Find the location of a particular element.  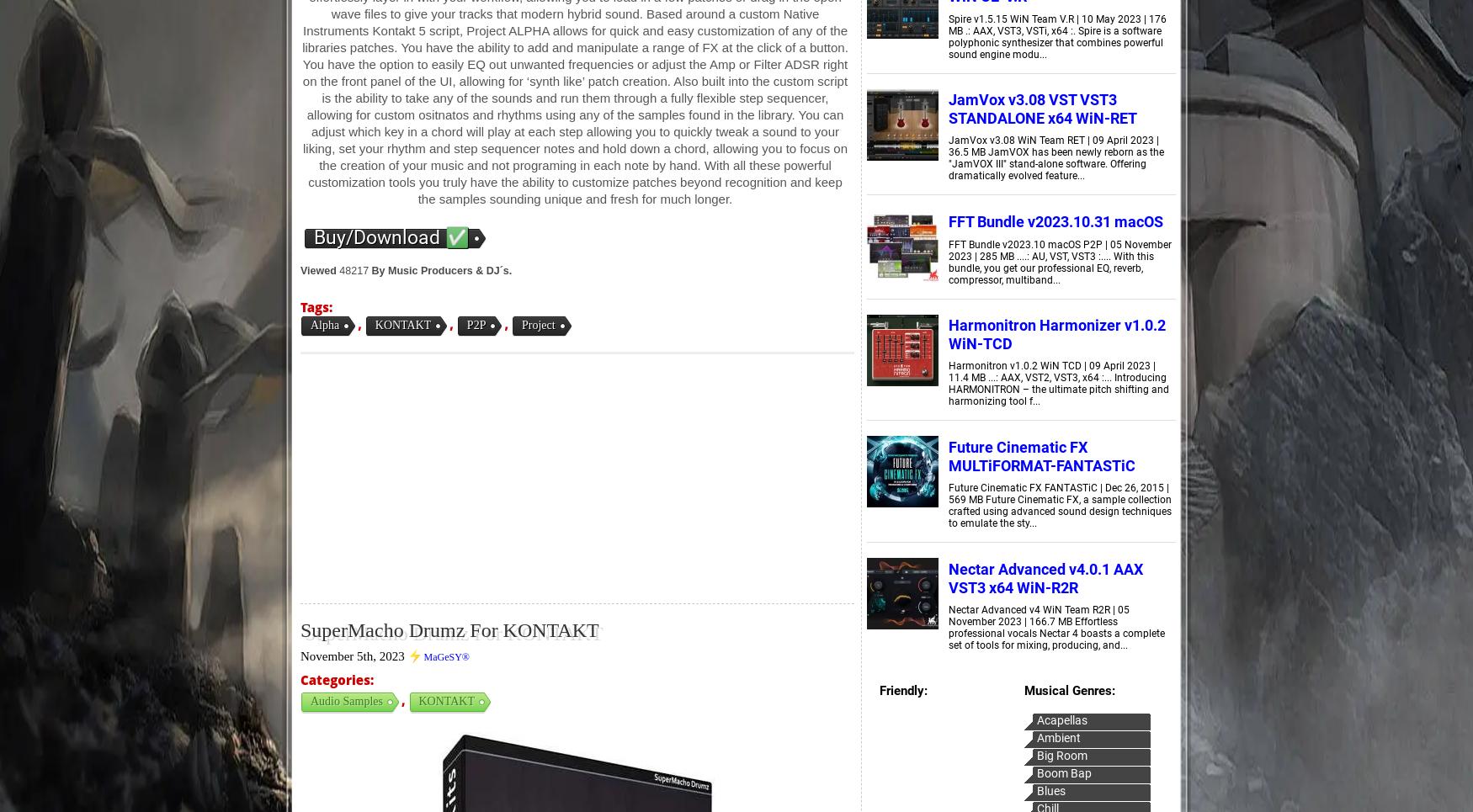

'48217' is located at coordinates (353, 270).